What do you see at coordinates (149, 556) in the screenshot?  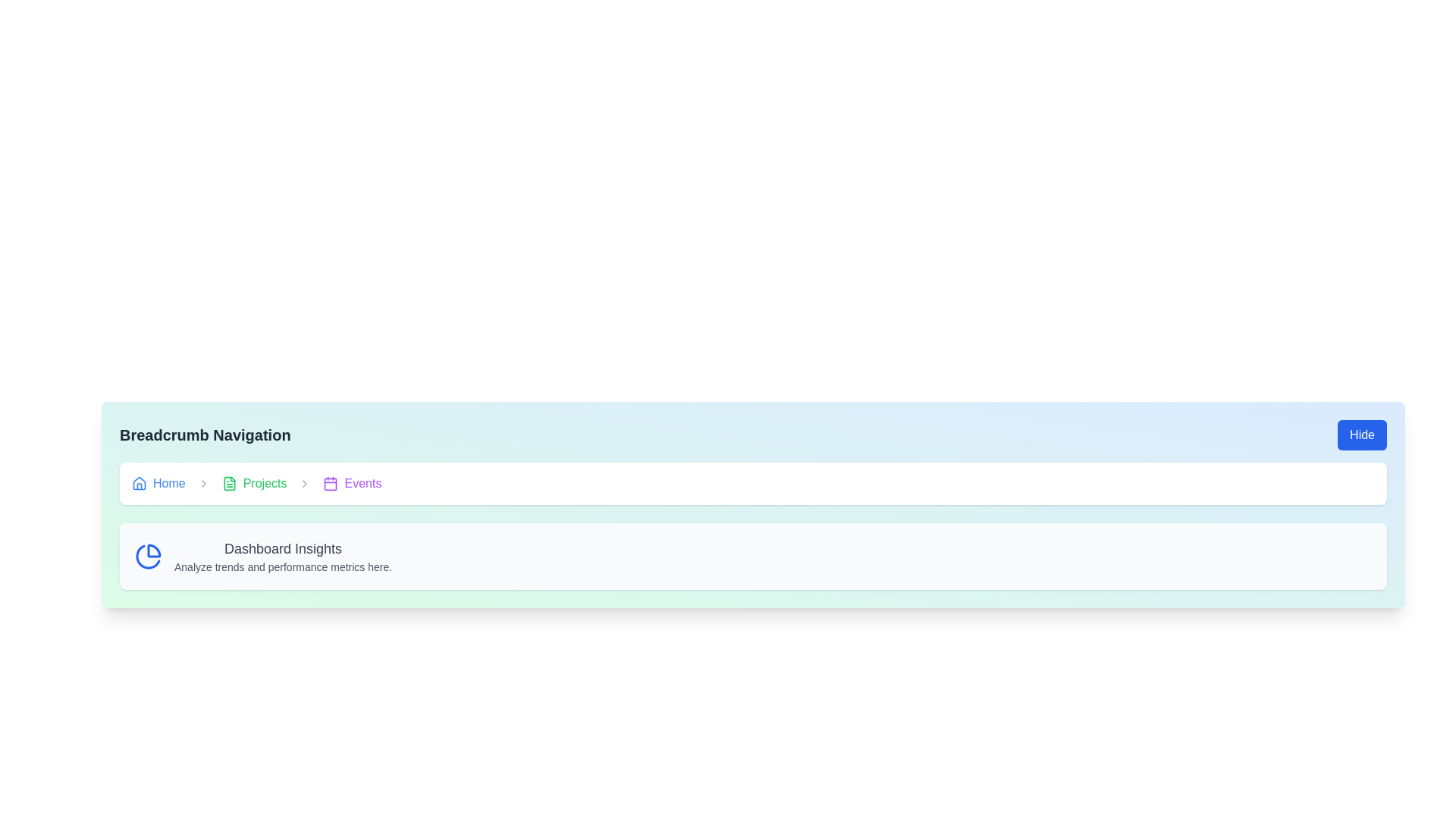 I see `the pie chart icon with a blue outline located to the left of the text 'Dashboard Insights'` at bounding box center [149, 556].